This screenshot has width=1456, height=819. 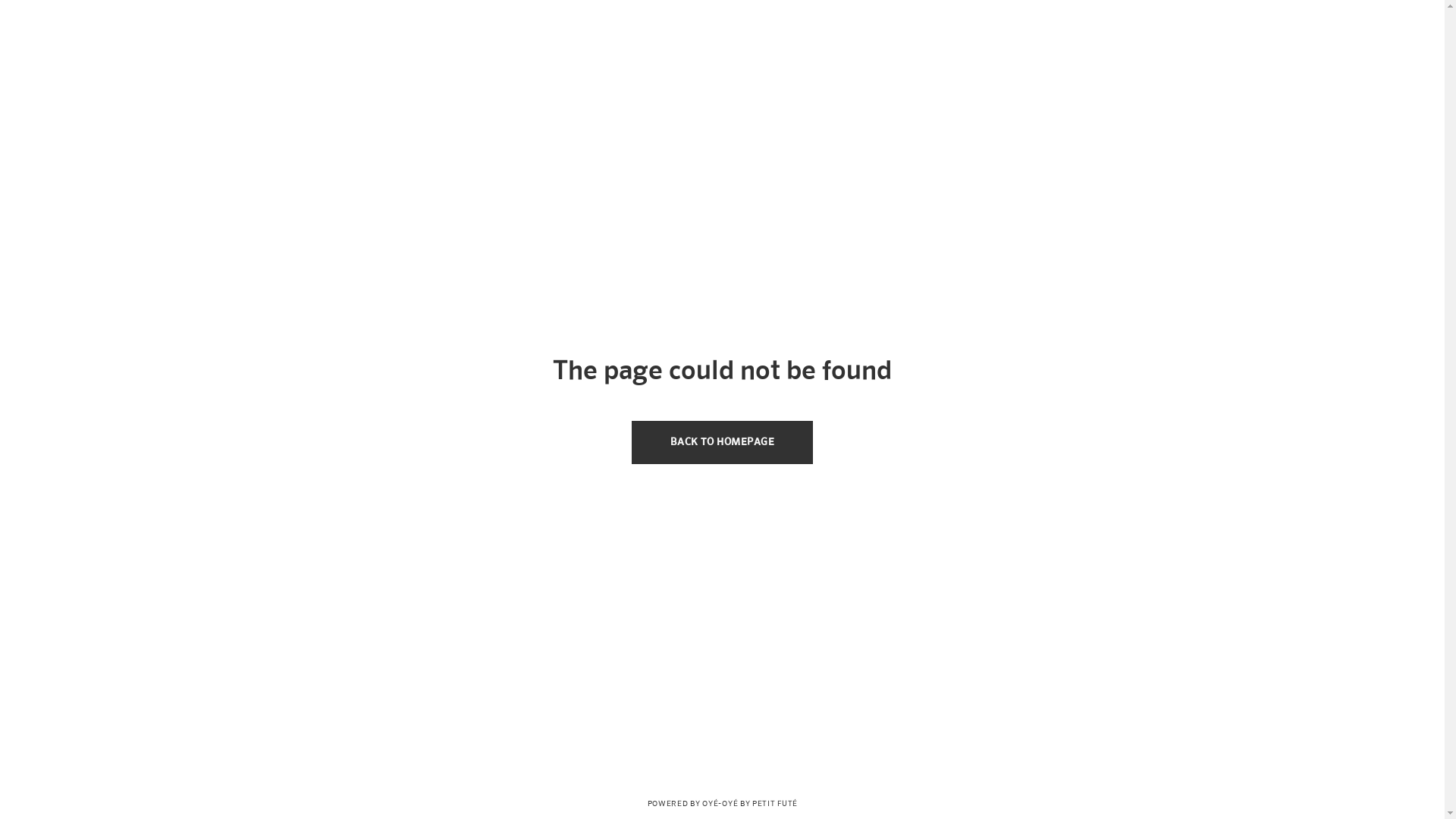 I want to click on 'BACK TO HOMEPAGE', so click(x=721, y=442).